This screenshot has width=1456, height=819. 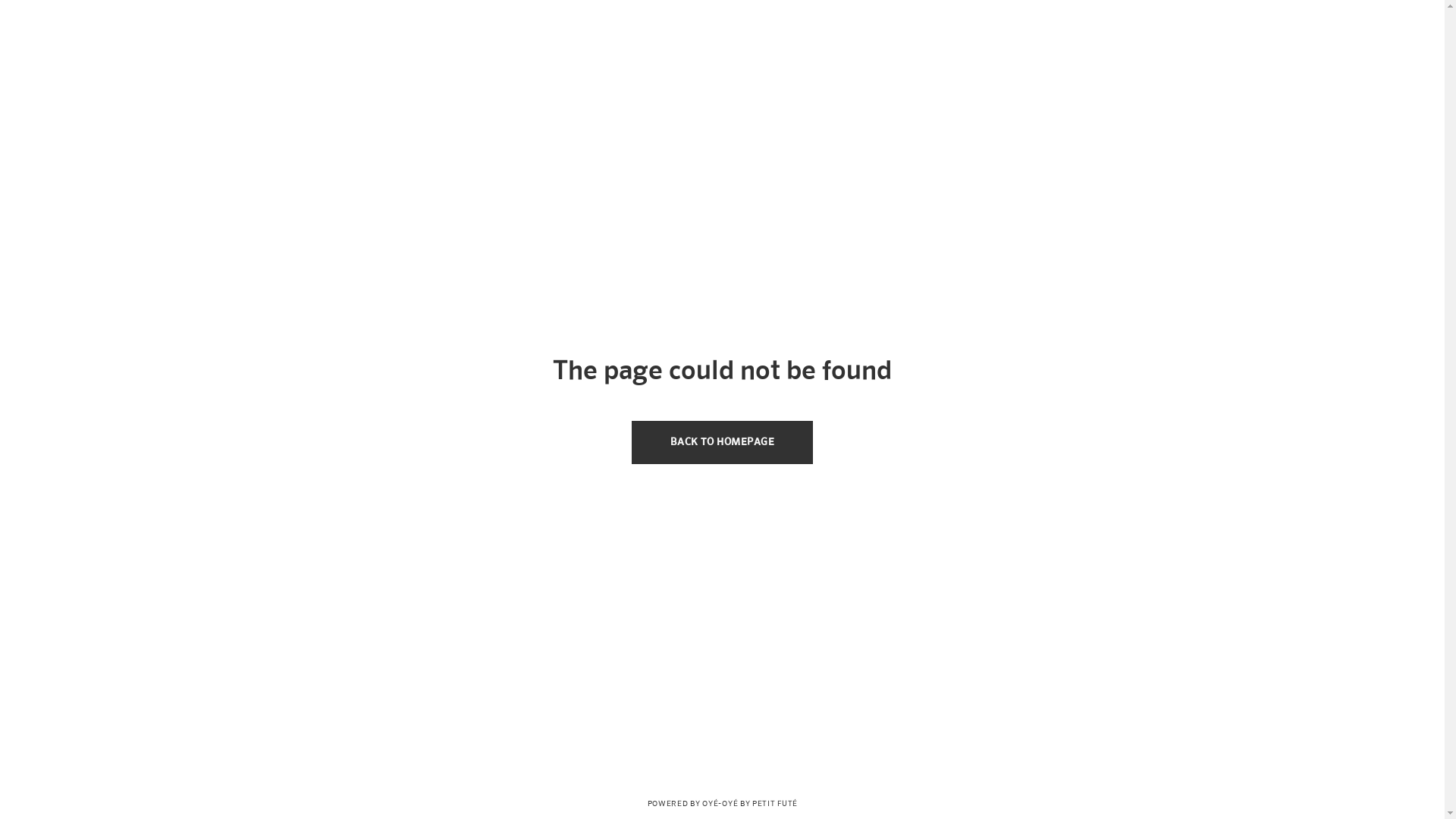 I want to click on 'BACK TO HOMEPAGE', so click(x=721, y=442).